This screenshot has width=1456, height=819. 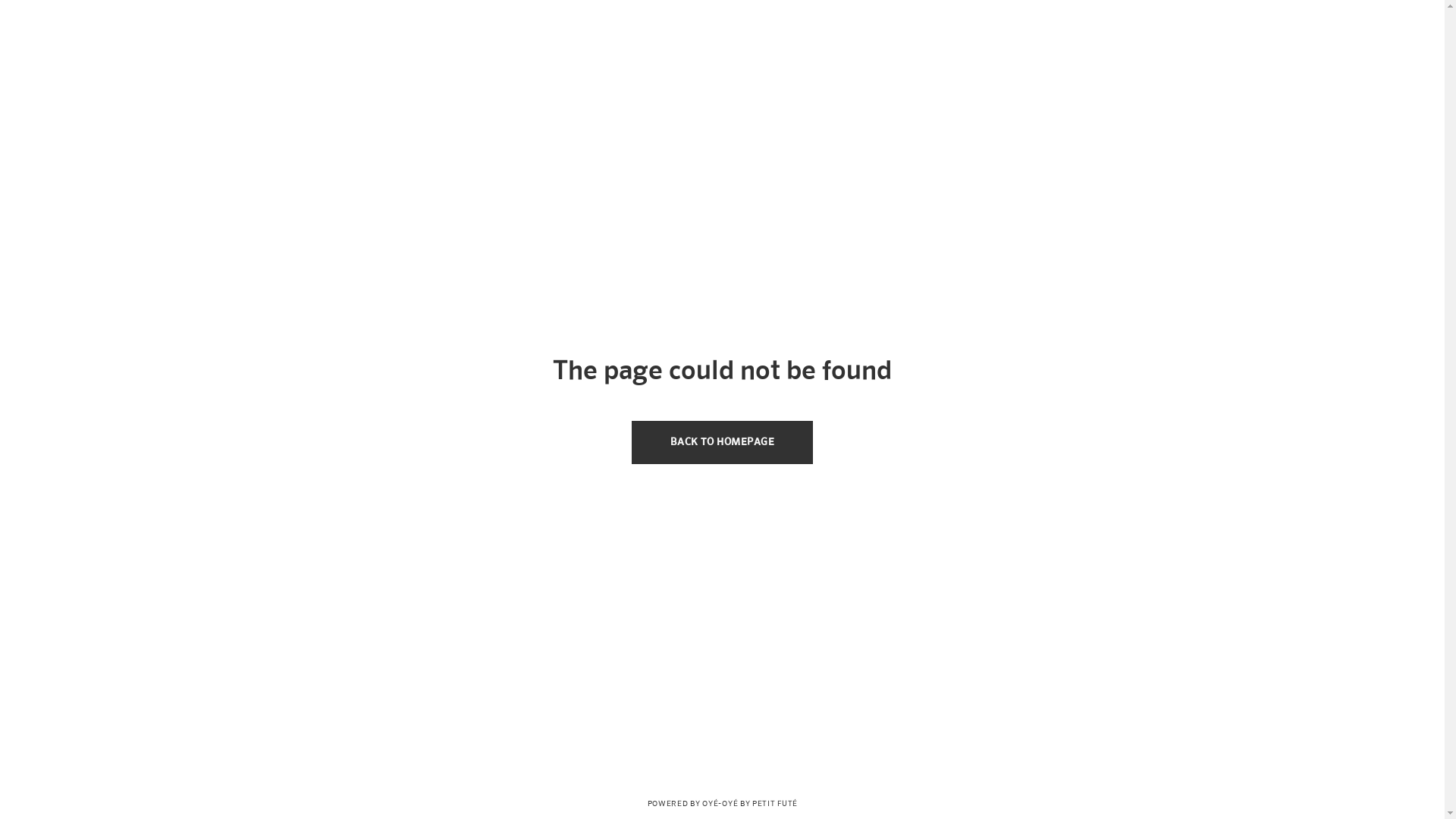 I want to click on 'BACK TO HOMEPAGE', so click(x=721, y=442).